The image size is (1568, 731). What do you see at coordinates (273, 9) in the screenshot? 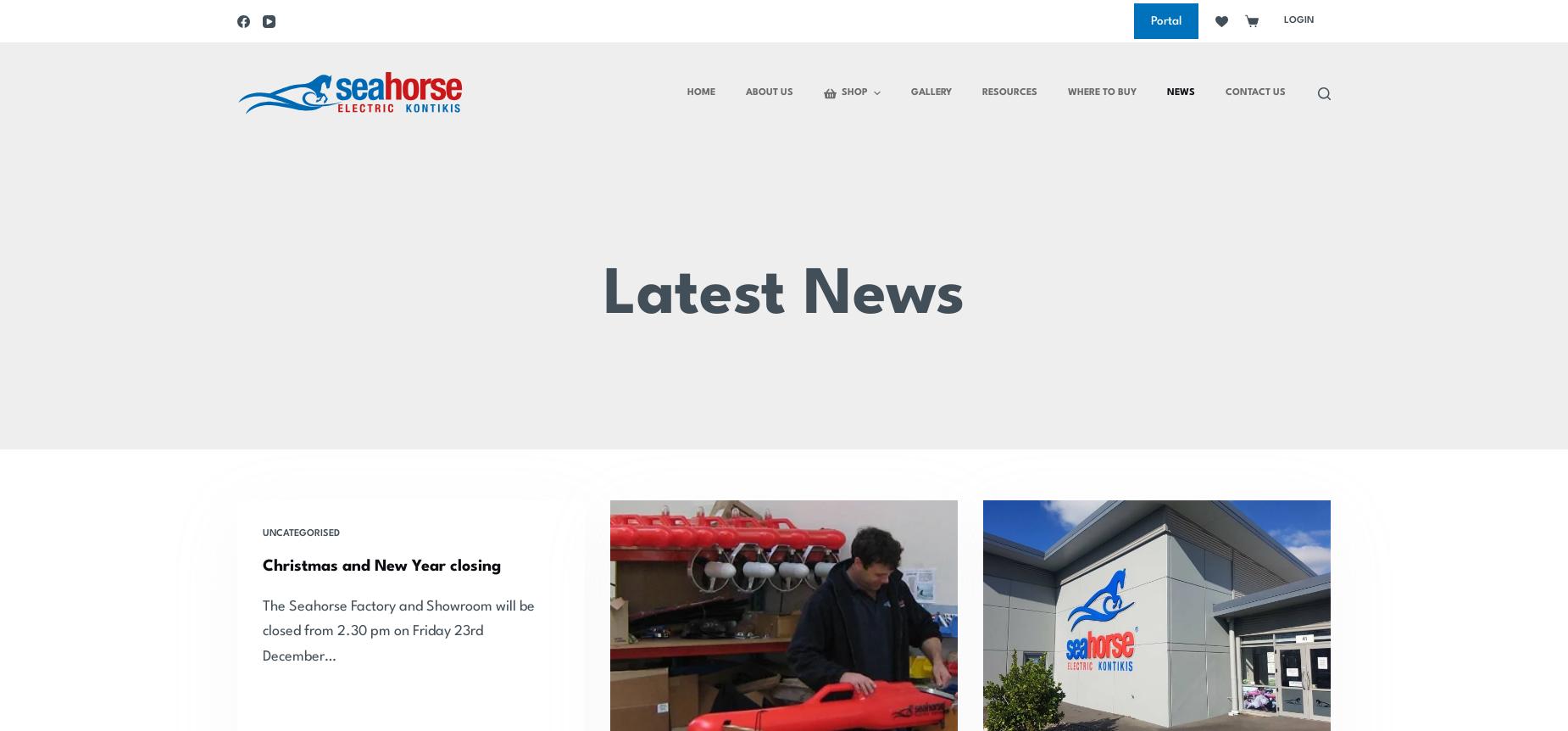
I see `'Trace & Tackle'` at bounding box center [273, 9].